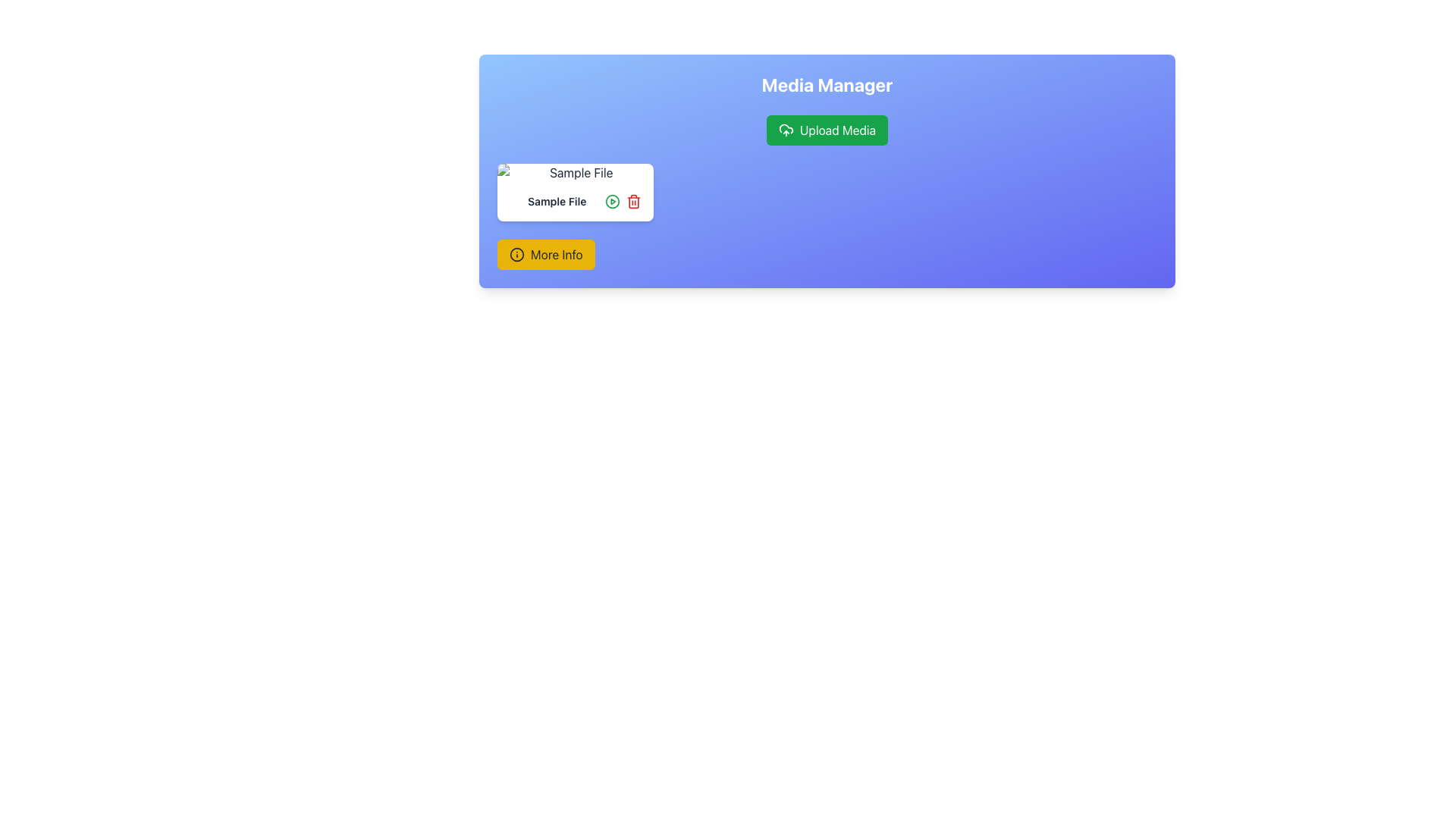 This screenshot has height=819, width=1456. Describe the element at coordinates (786, 130) in the screenshot. I see `the cloud upload icon located to the left of the green 'Upload Media' button, which features a simple line design and an upward-pointing arrow` at that location.